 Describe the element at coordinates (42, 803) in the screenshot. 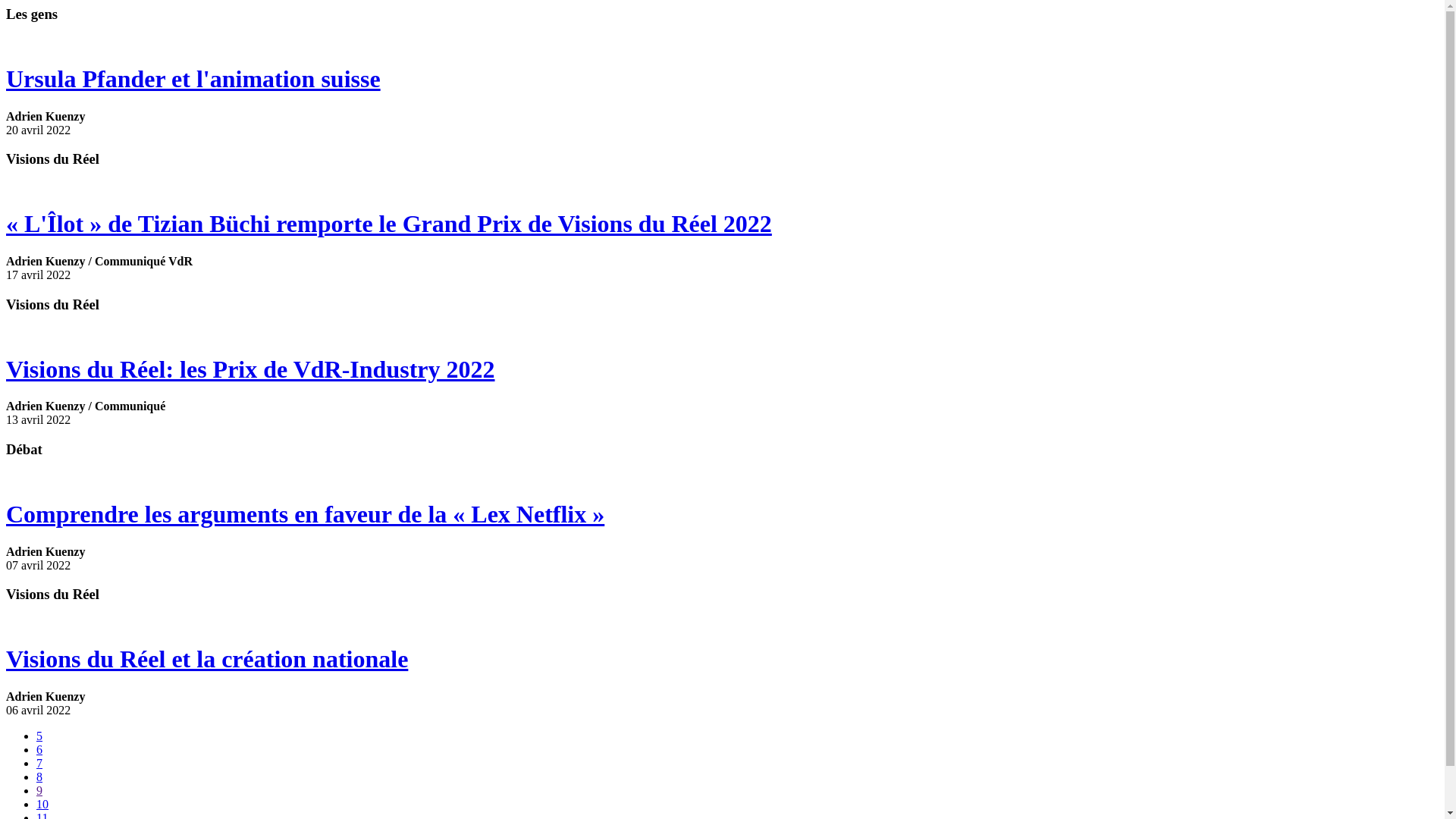

I see `'10'` at that location.